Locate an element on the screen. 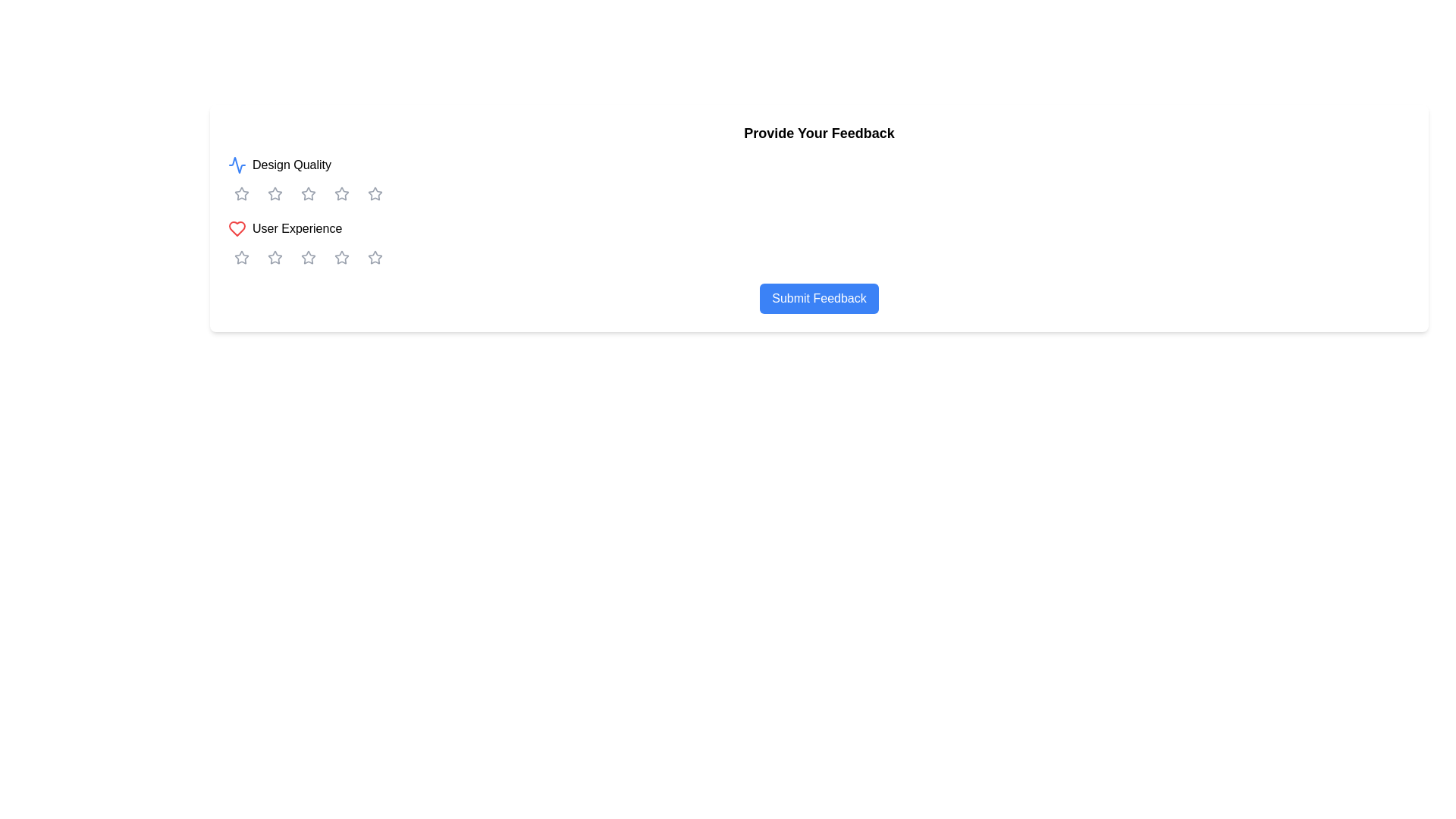 The height and width of the screenshot is (819, 1456). the first star icon in the 'User Experience' category is located at coordinates (240, 193).